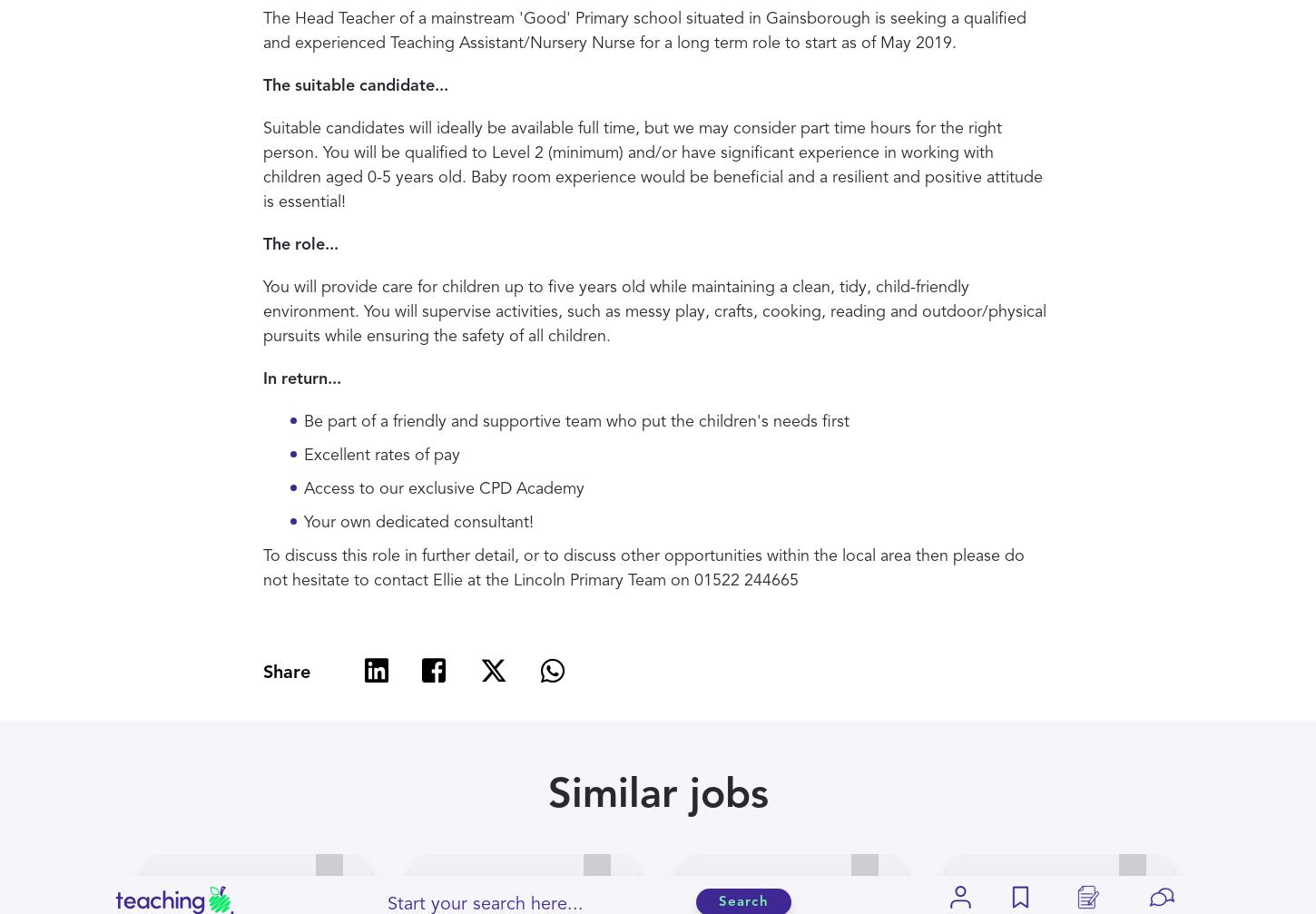 The width and height of the screenshot is (1316, 914). What do you see at coordinates (422, 529) in the screenshot?
I see `'FAQs'` at bounding box center [422, 529].